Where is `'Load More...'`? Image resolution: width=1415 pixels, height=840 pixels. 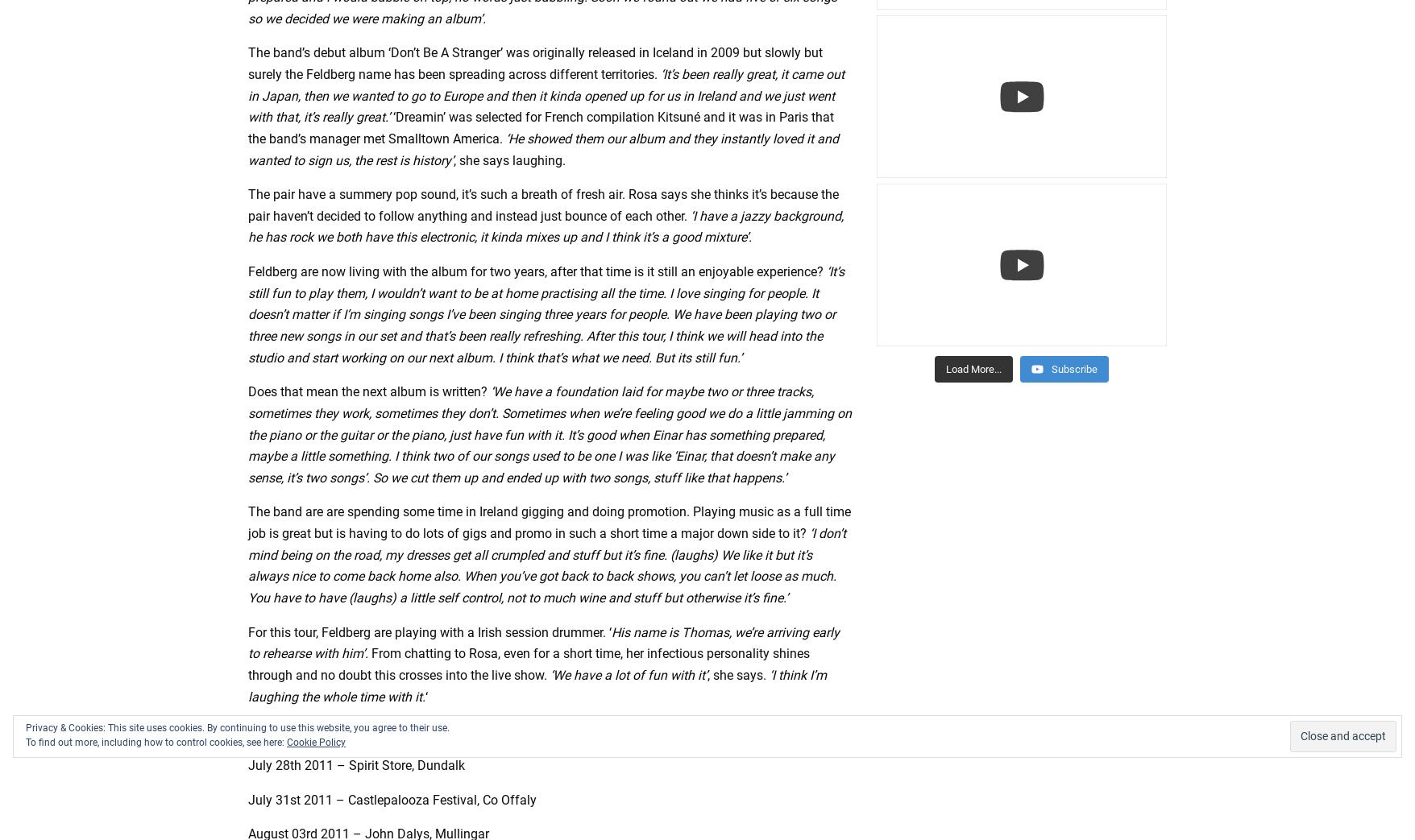
'Load More...' is located at coordinates (973, 367).